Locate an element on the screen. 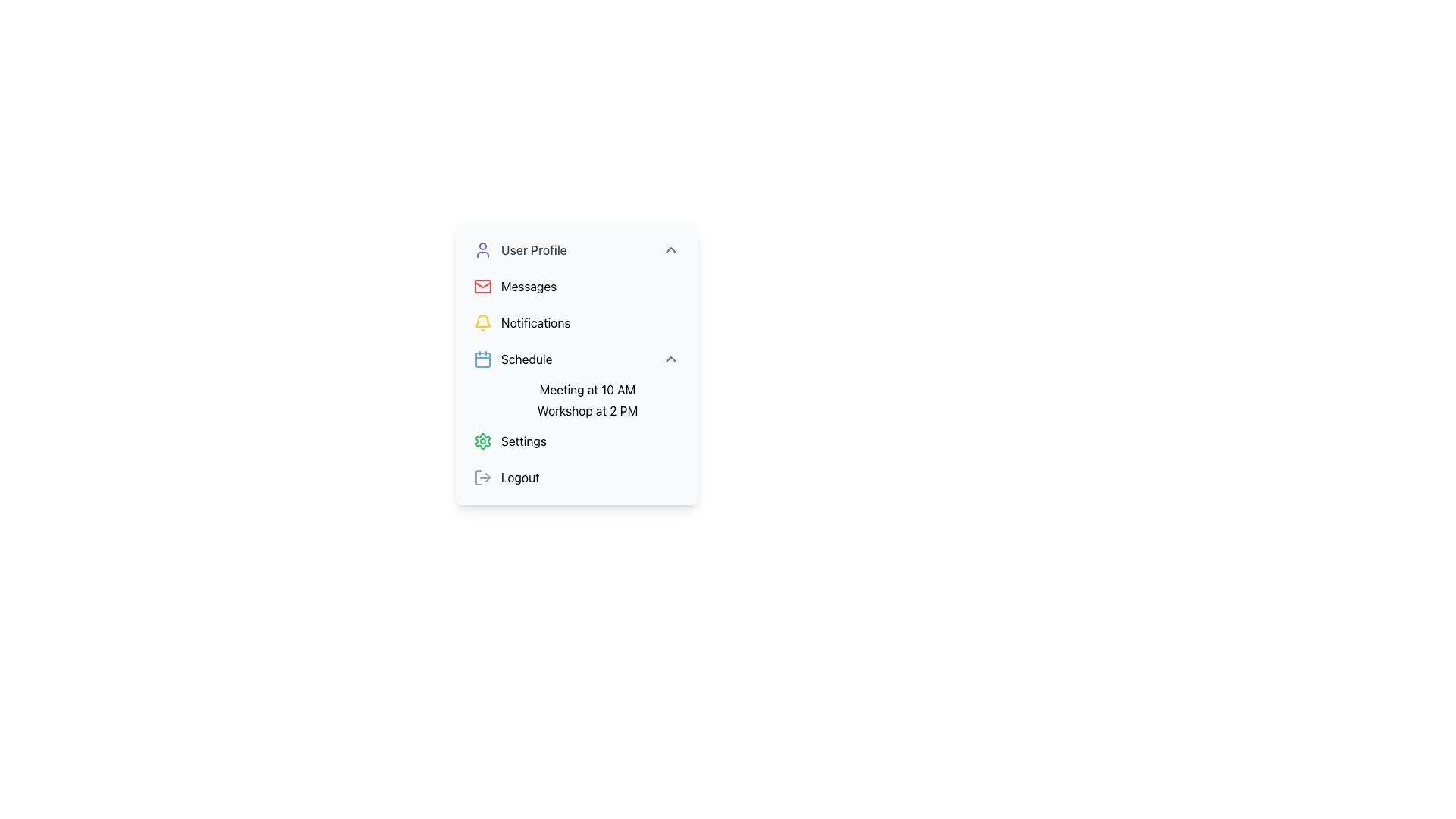  the text label that reads 'Workshop at 2 PM' under the 'Schedule' section of the navigation menu is located at coordinates (586, 411).